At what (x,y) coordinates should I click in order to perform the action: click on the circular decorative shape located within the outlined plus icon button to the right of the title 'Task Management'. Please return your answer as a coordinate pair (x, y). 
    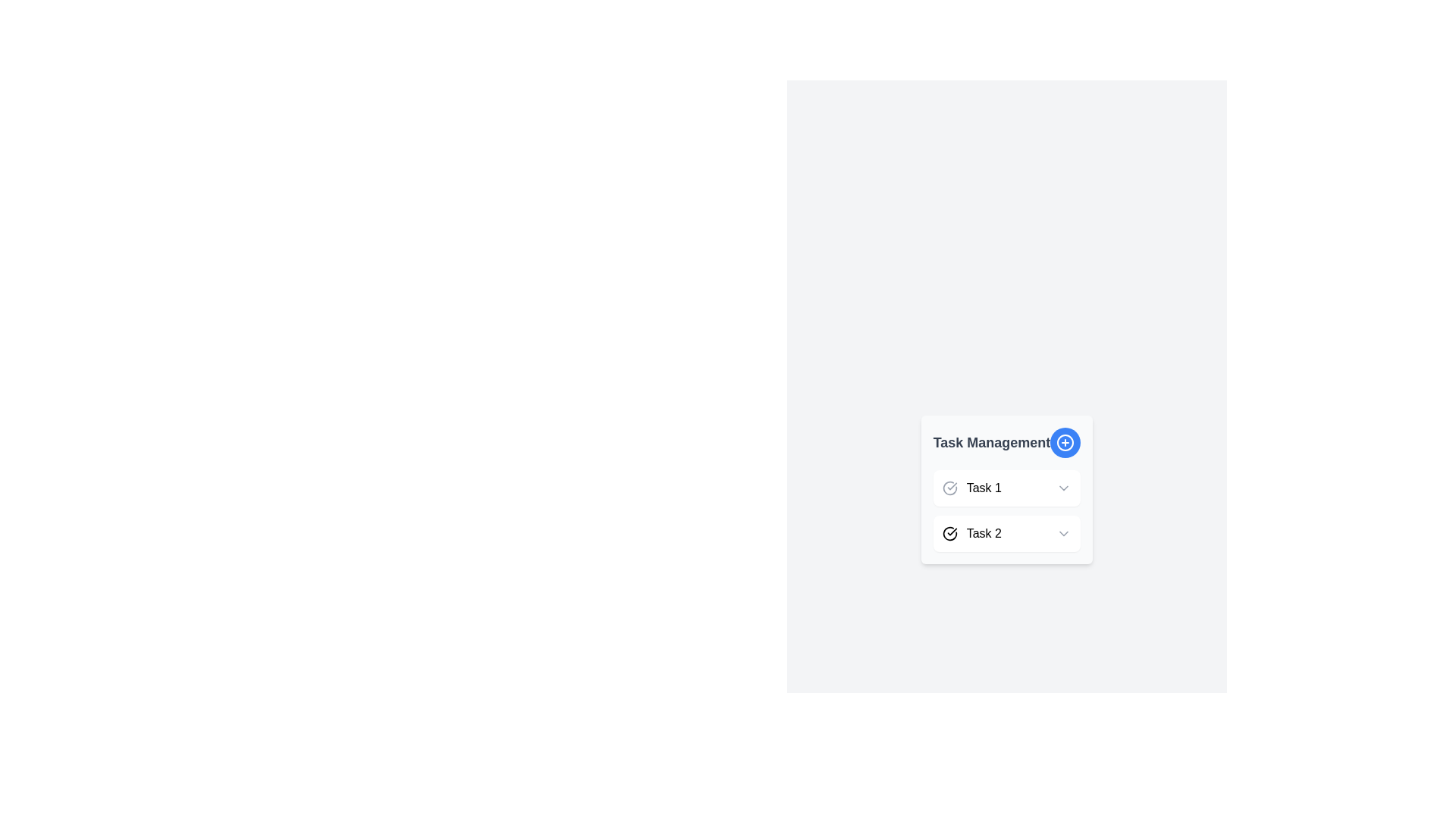
    Looking at the image, I should click on (1065, 442).